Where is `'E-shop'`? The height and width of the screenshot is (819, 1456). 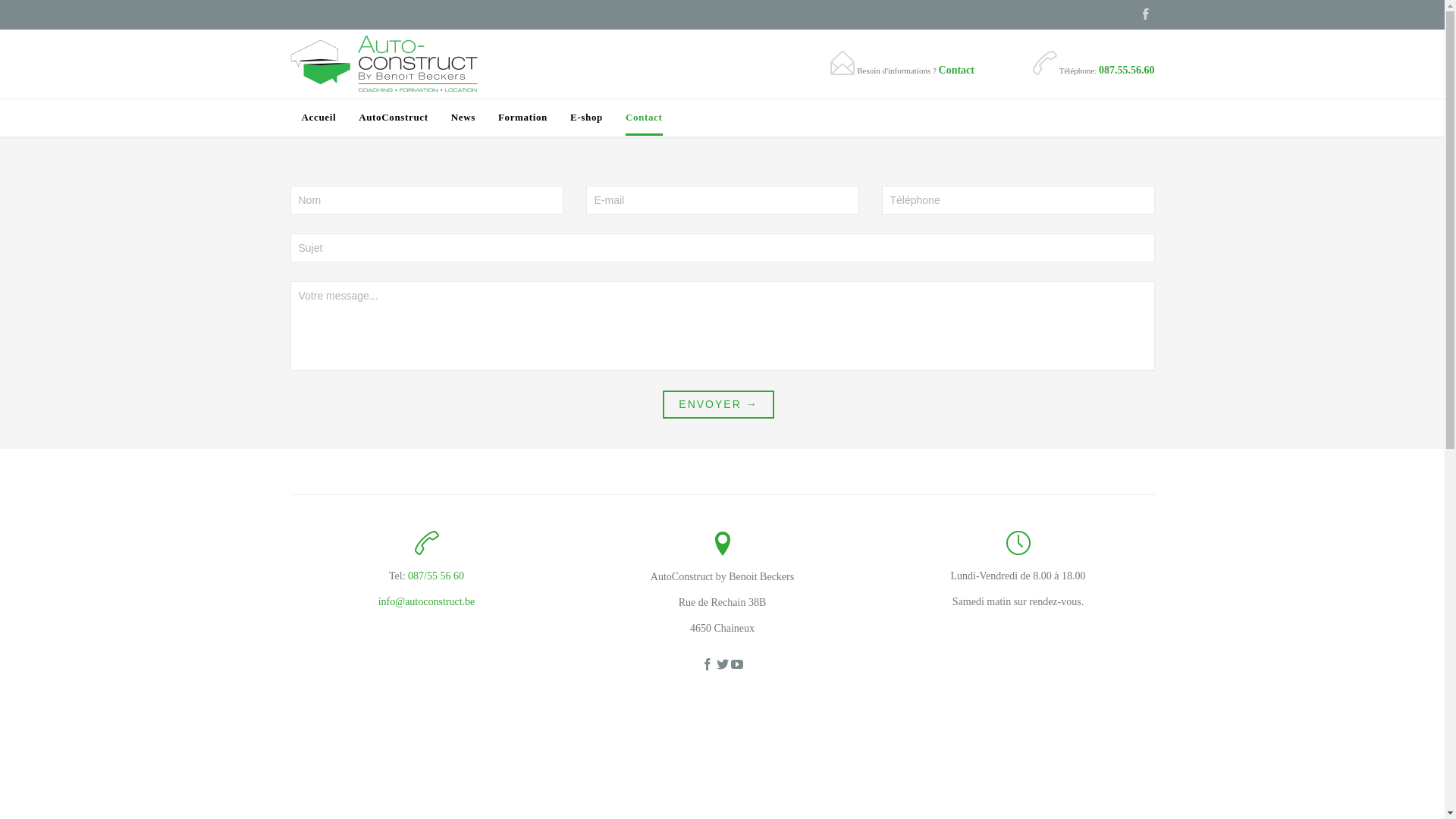 'E-shop' is located at coordinates (570, 118).